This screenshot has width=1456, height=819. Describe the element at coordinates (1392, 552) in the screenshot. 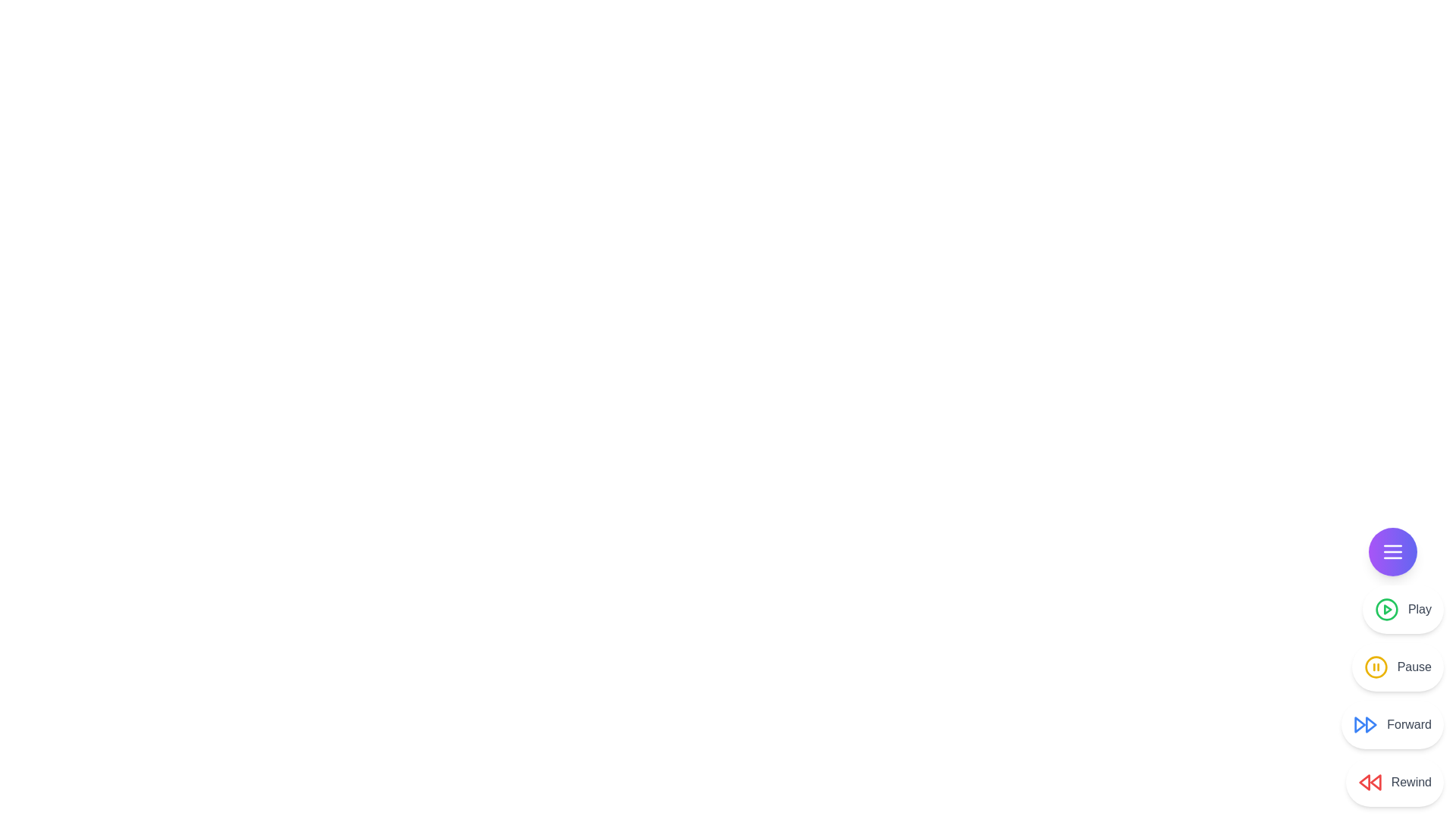

I see `the menu button to toggle the menu state` at that location.